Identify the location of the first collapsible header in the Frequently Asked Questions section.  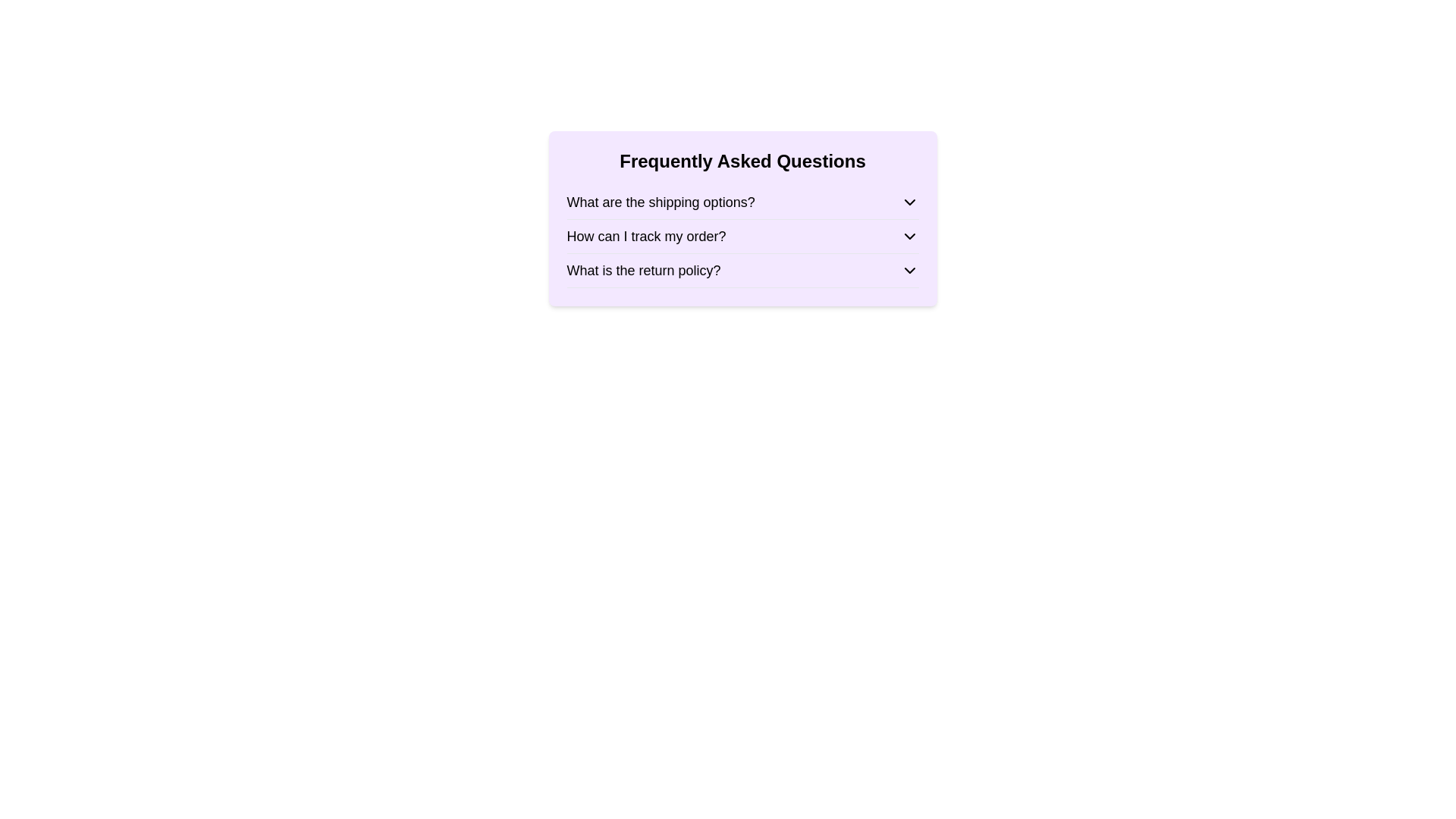
(742, 202).